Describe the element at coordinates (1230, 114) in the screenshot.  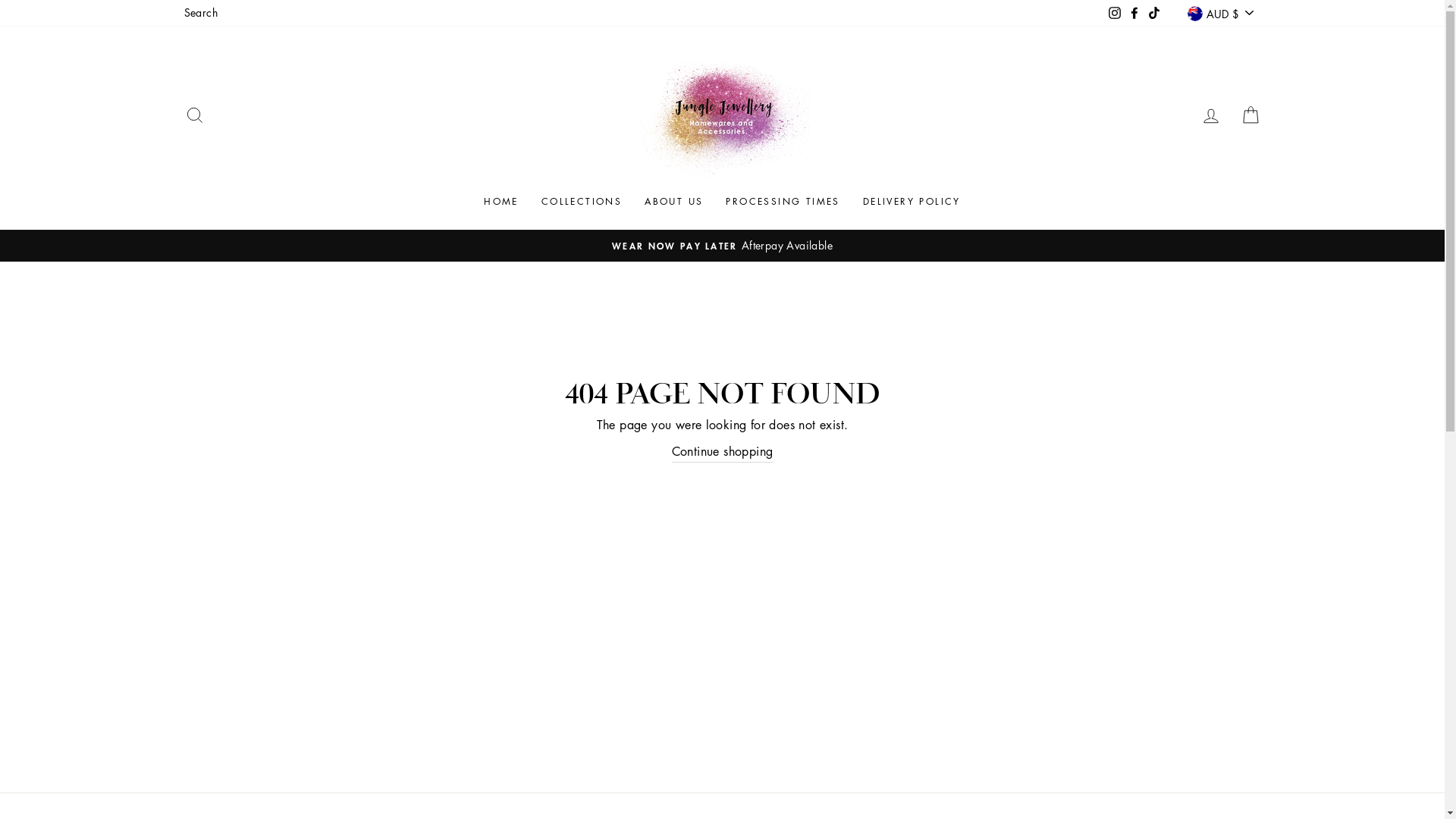
I see `'CART'` at that location.